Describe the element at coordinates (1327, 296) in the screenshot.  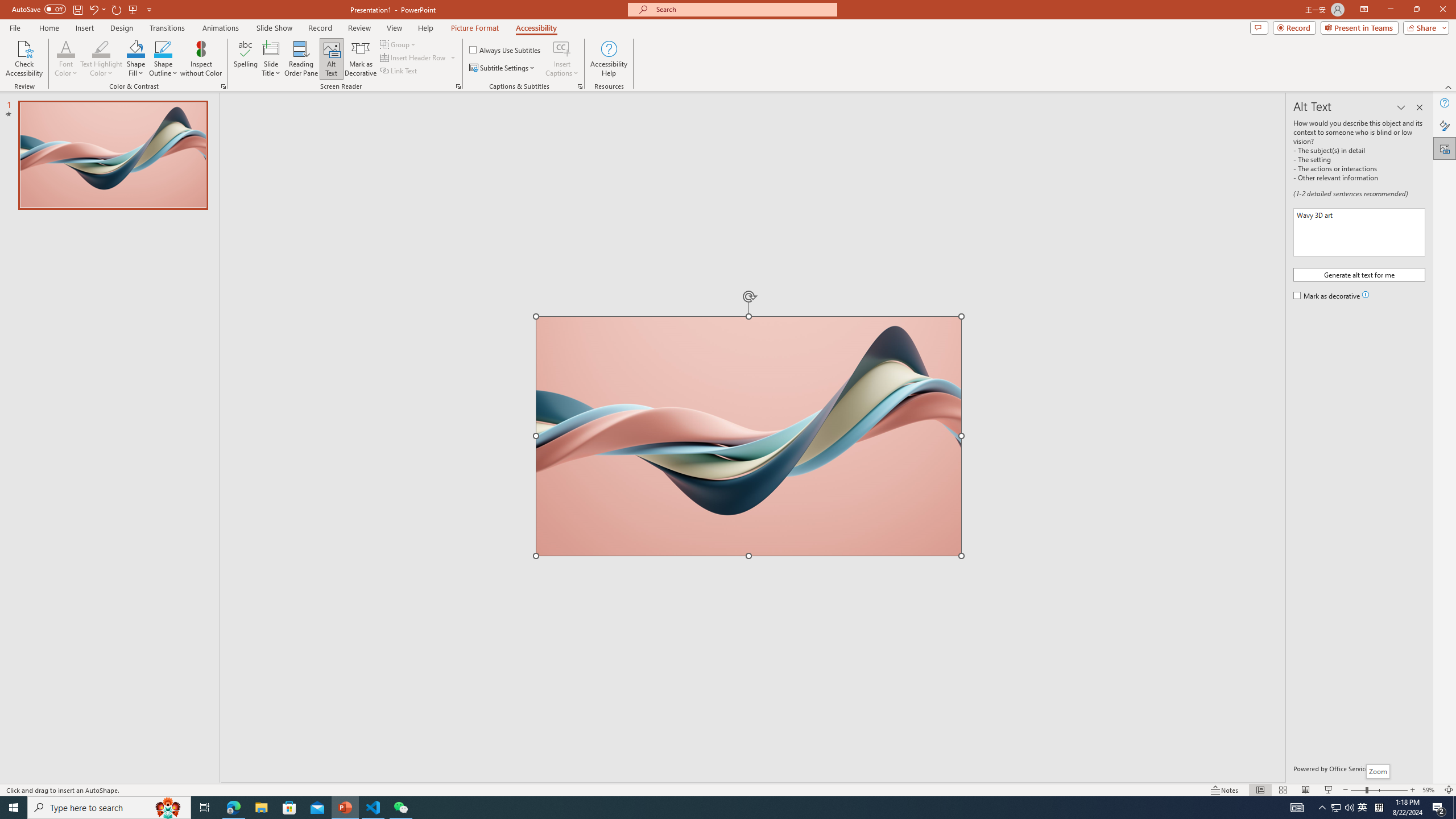
I see `'Mark as decorative'` at that location.